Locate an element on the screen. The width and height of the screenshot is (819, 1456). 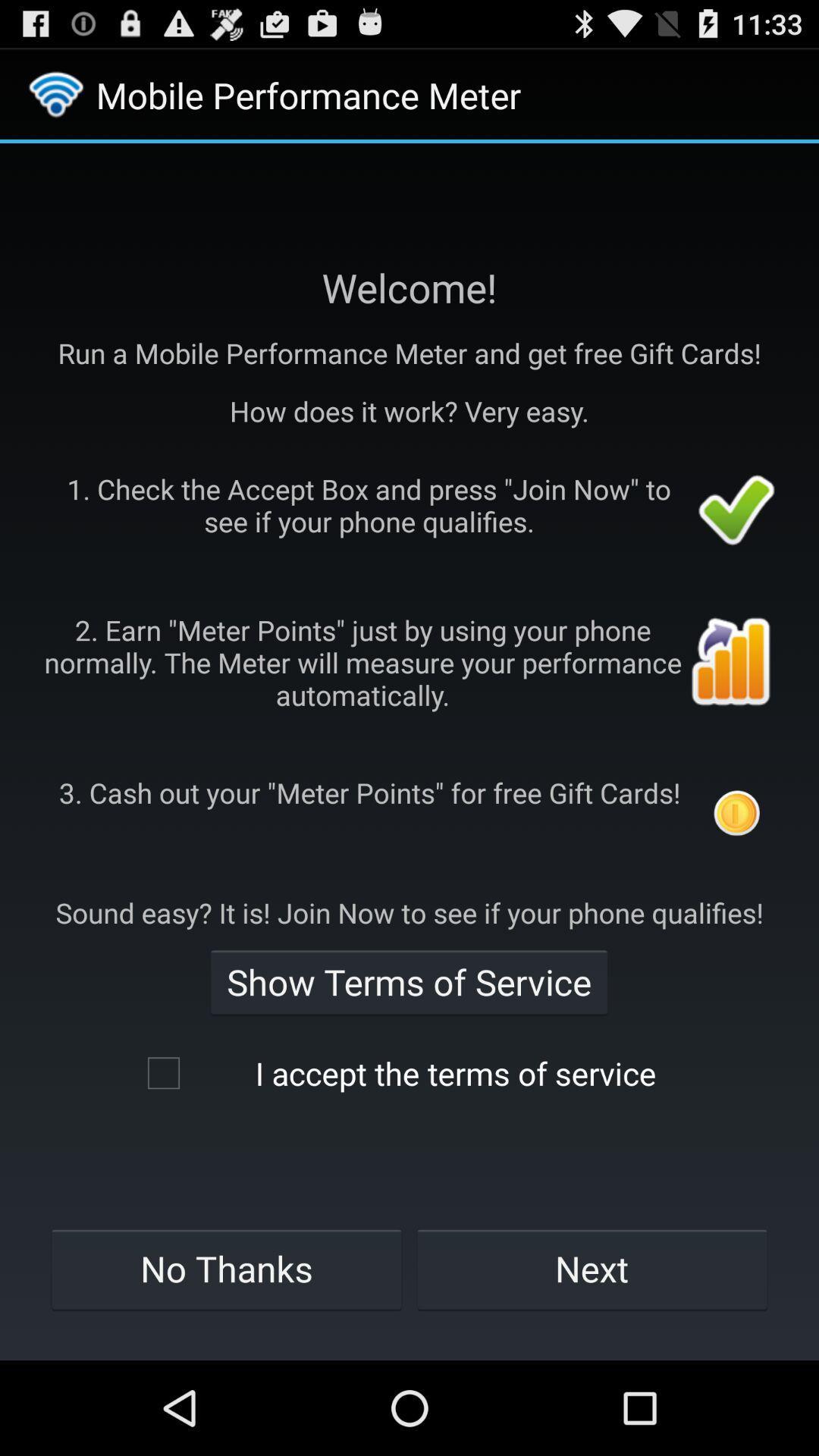
icon below the i accept the item is located at coordinates (591, 1269).